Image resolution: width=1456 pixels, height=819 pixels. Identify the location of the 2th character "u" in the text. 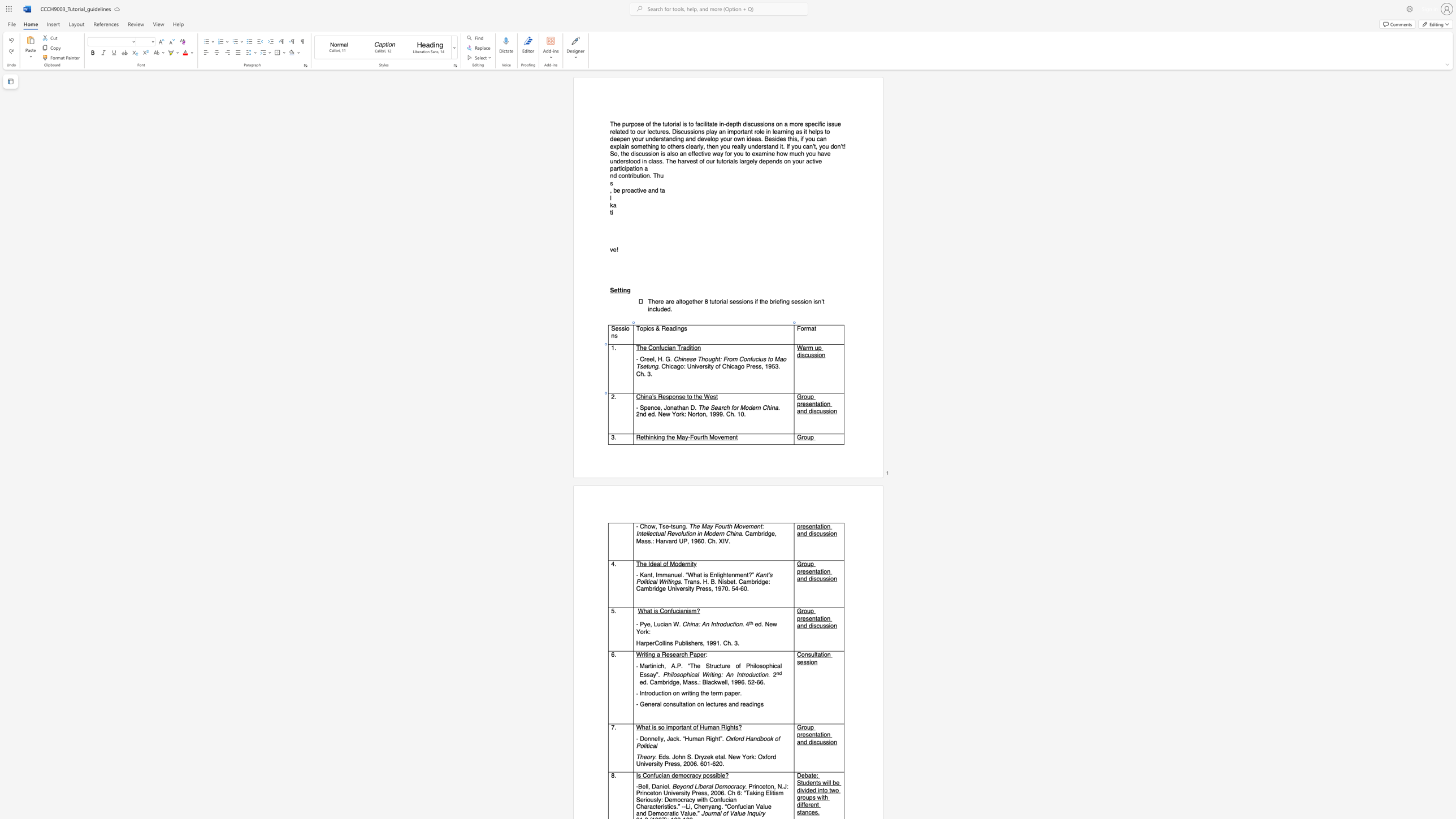
(809, 355).